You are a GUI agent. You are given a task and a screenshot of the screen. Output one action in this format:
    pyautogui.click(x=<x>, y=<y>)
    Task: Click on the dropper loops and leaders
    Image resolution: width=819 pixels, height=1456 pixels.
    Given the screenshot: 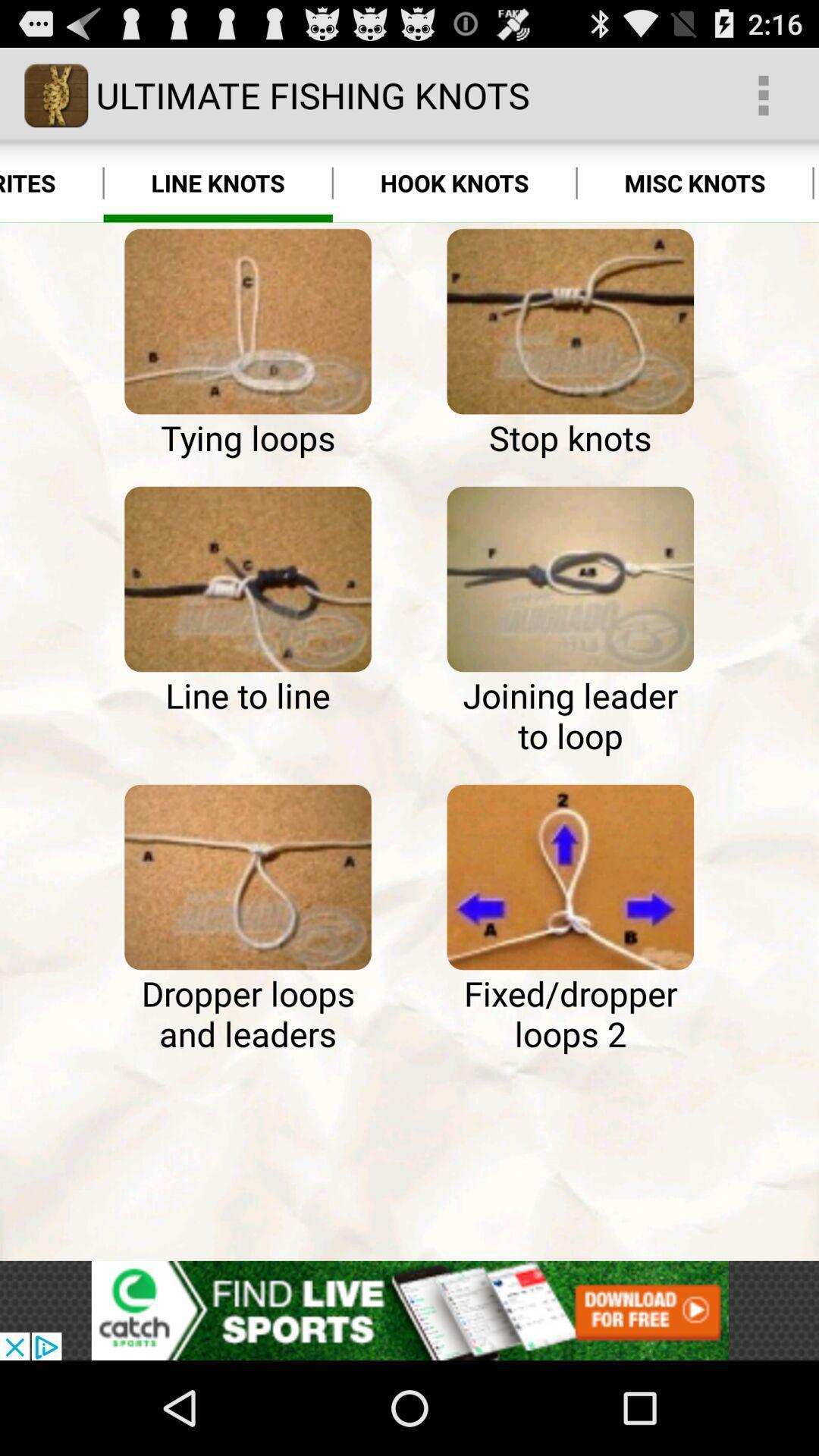 What is the action you would take?
    pyautogui.click(x=247, y=877)
    